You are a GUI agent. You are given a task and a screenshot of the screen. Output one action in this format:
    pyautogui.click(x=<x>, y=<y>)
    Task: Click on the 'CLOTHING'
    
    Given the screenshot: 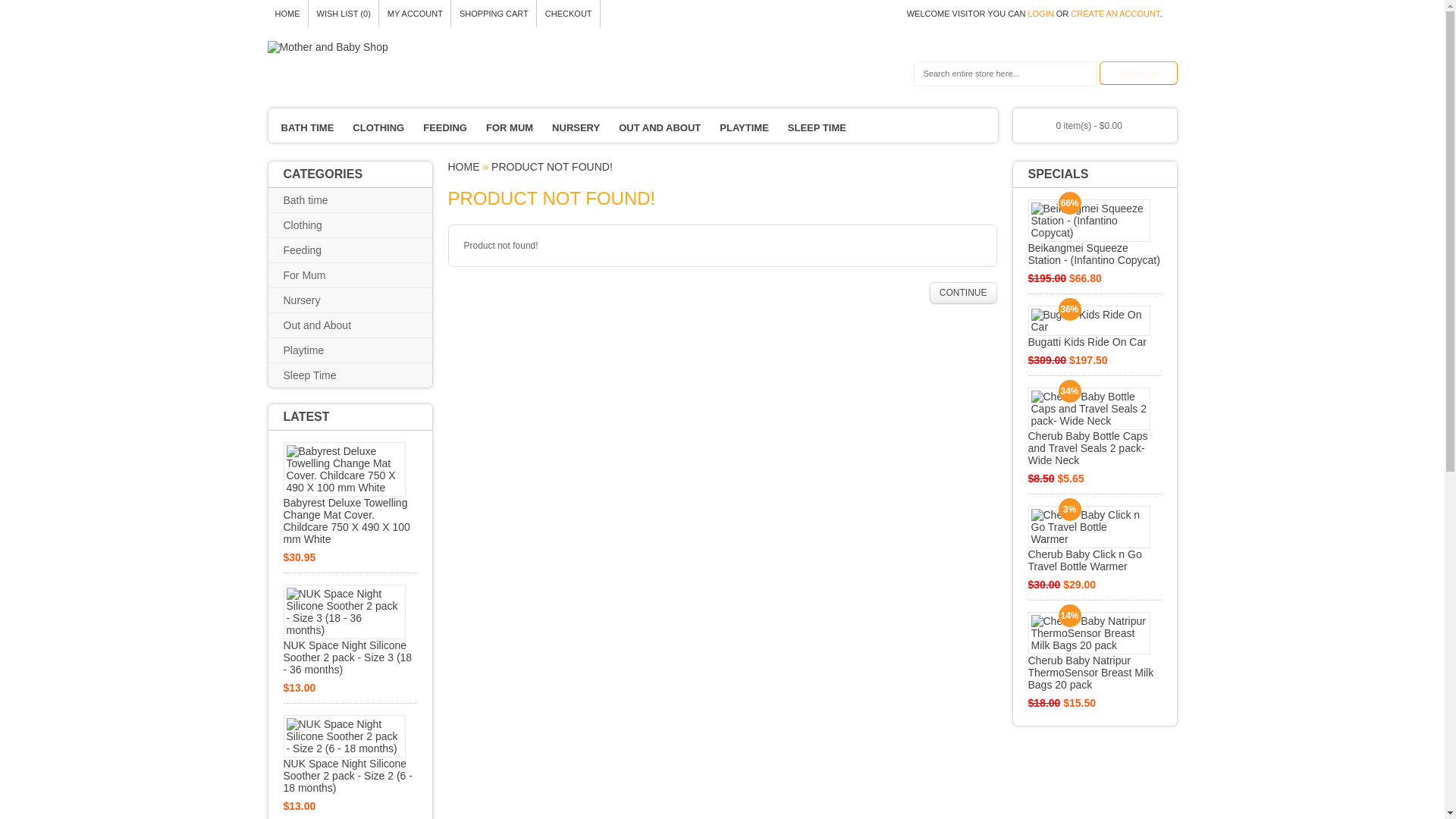 What is the action you would take?
    pyautogui.click(x=378, y=127)
    